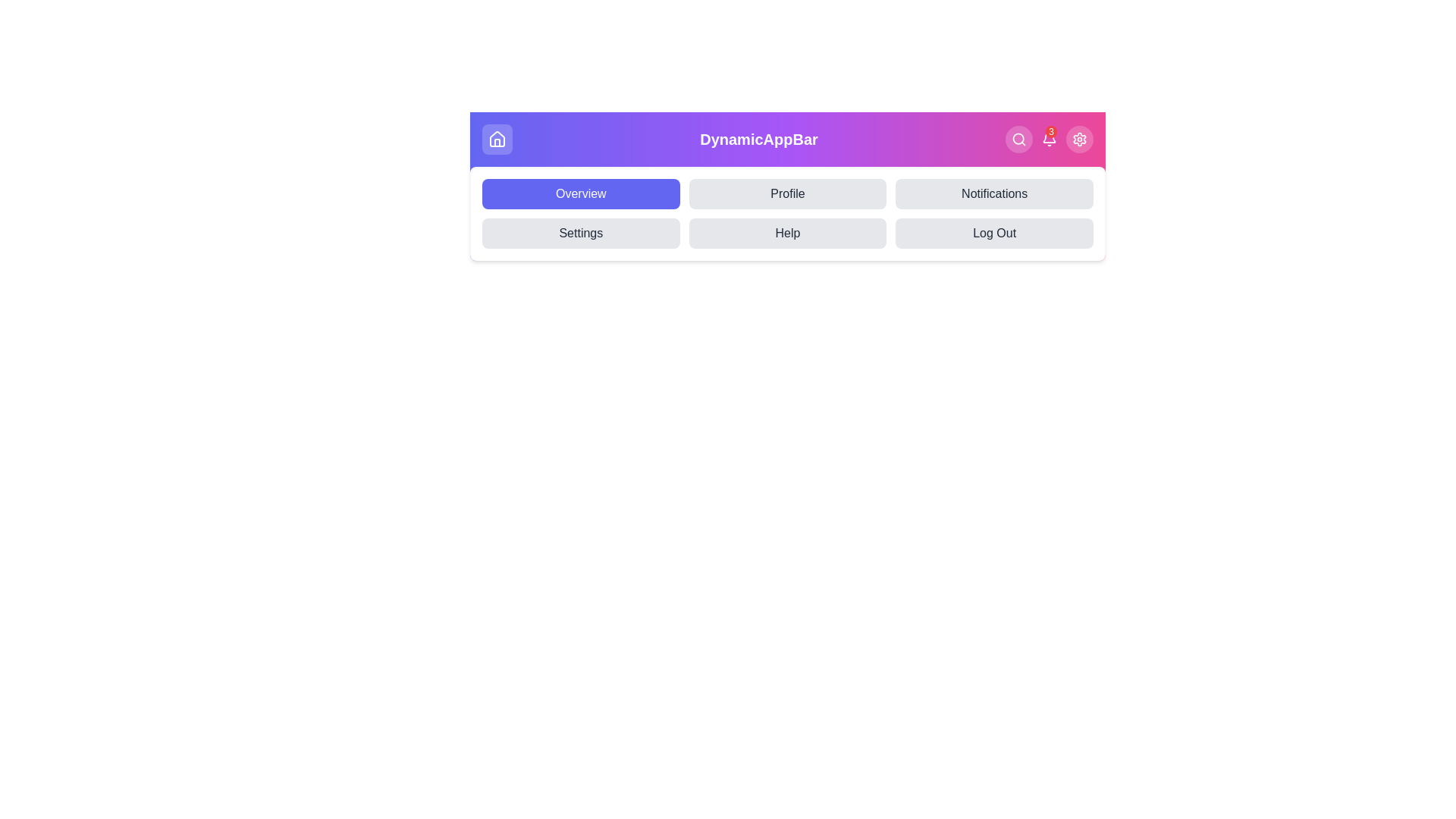  I want to click on the bell icon to view notifications, so click(1048, 140).